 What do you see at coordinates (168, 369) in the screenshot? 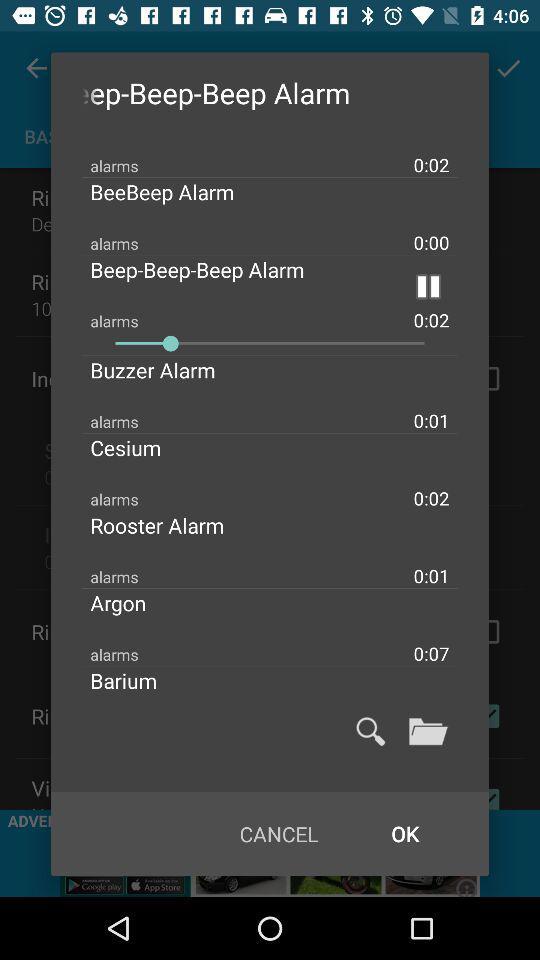
I see `the buzzer alarm item` at bounding box center [168, 369].